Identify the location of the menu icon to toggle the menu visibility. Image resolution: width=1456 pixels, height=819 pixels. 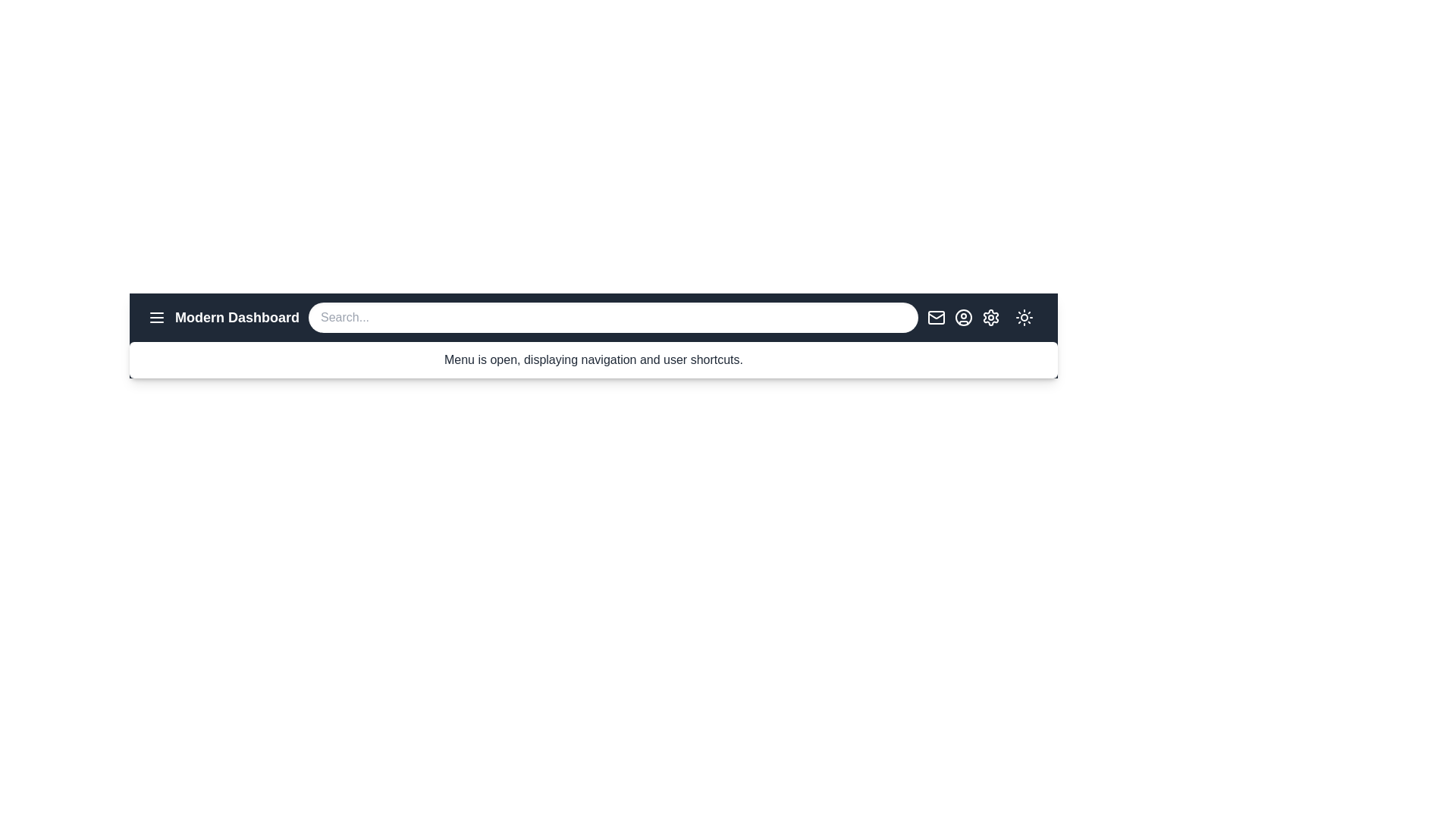
(156, 317).